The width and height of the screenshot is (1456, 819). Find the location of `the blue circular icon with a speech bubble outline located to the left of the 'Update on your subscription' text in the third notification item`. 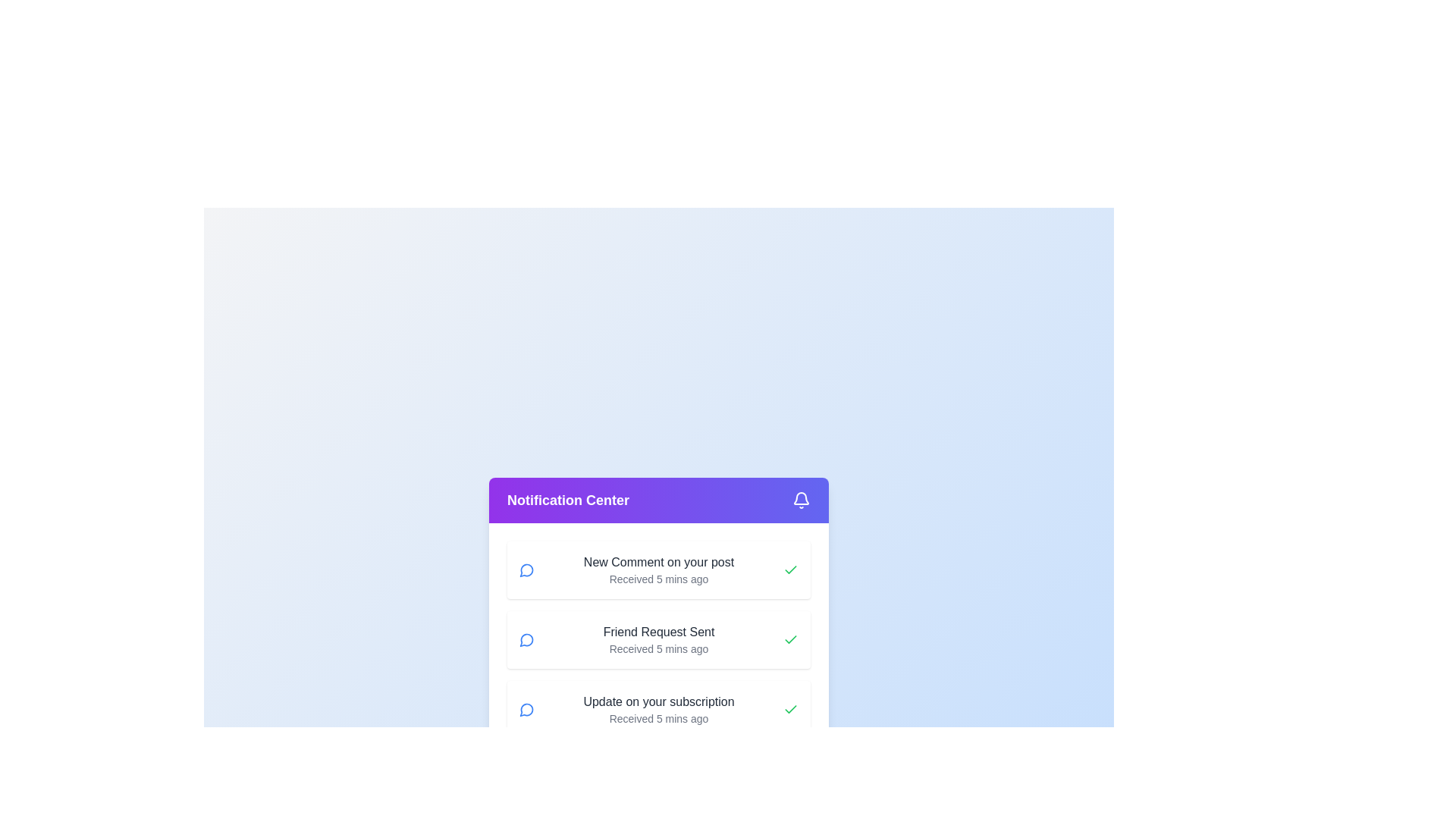

the blue circular icon with a speech bubble outline located to the left of the 'Update on your subscription' text in the third notification item is located at coordinates (527, 710).